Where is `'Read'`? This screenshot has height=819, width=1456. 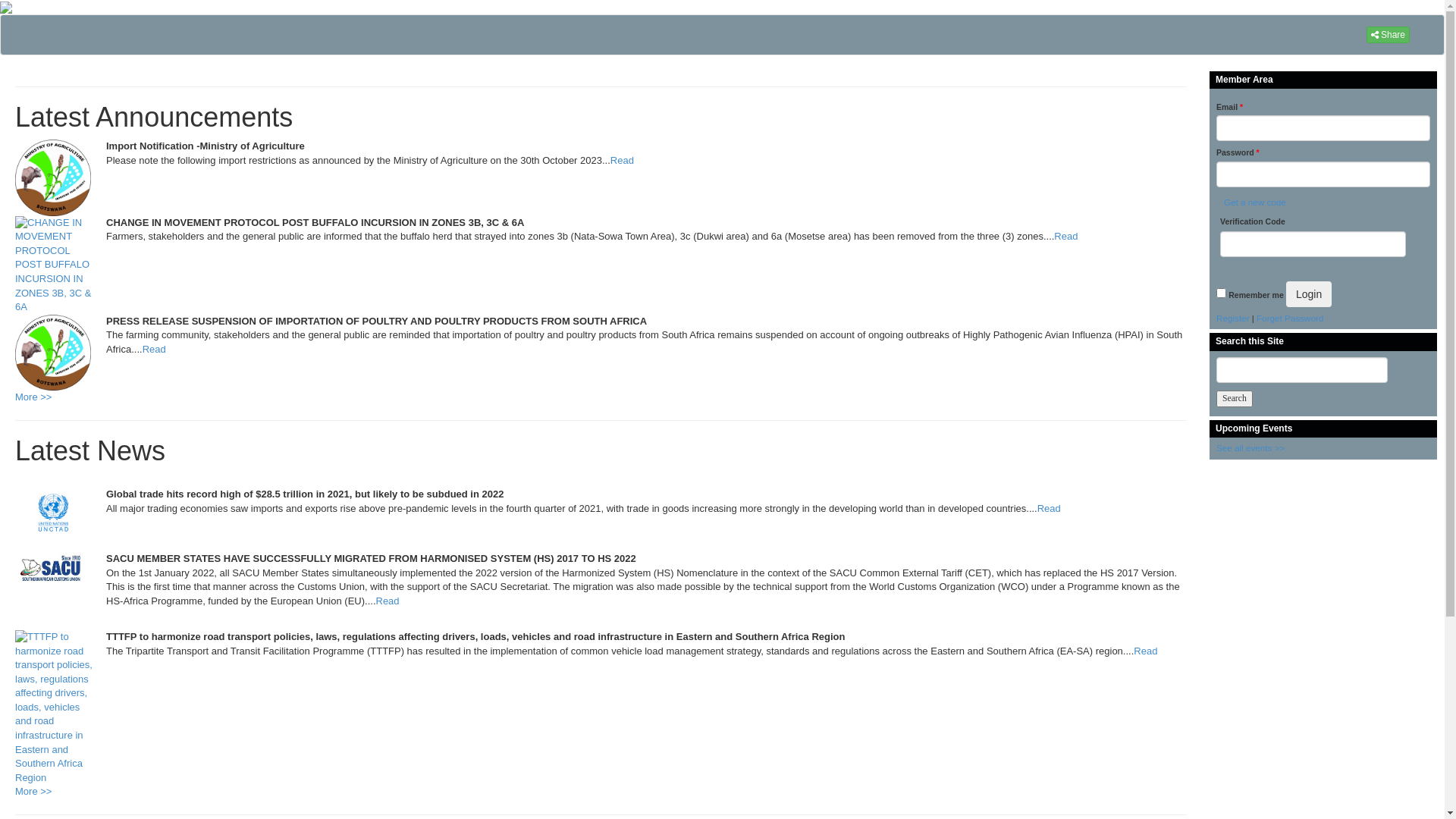 'Read' is located at coordinates (388, 600).